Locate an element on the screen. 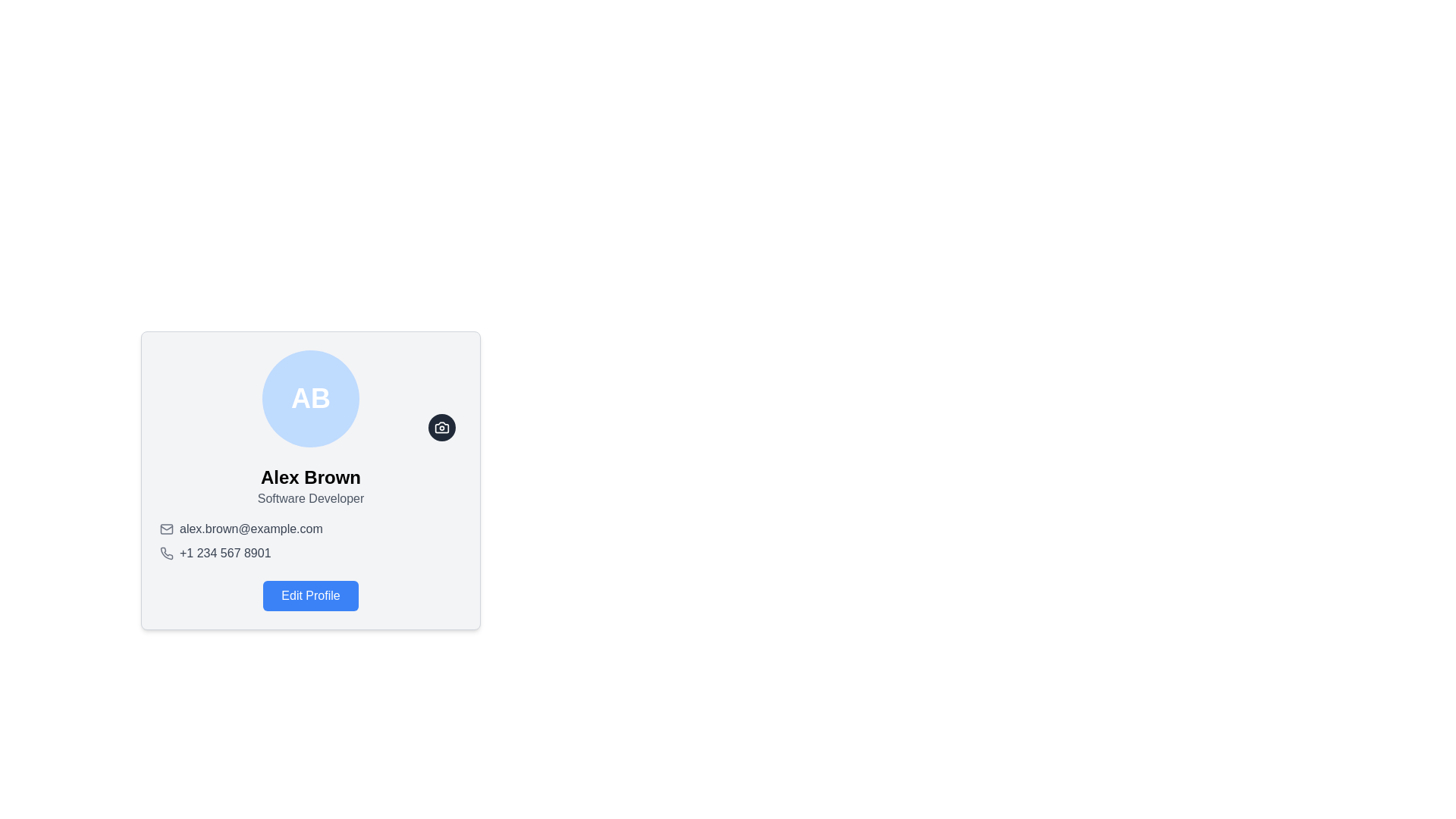  the circular button with a dark gray background and white camera icon, located at the bottom-right corner of the card containing the avatar 'AB', title 'Alex Brown', and contact details is located at coordinates (441, 427).